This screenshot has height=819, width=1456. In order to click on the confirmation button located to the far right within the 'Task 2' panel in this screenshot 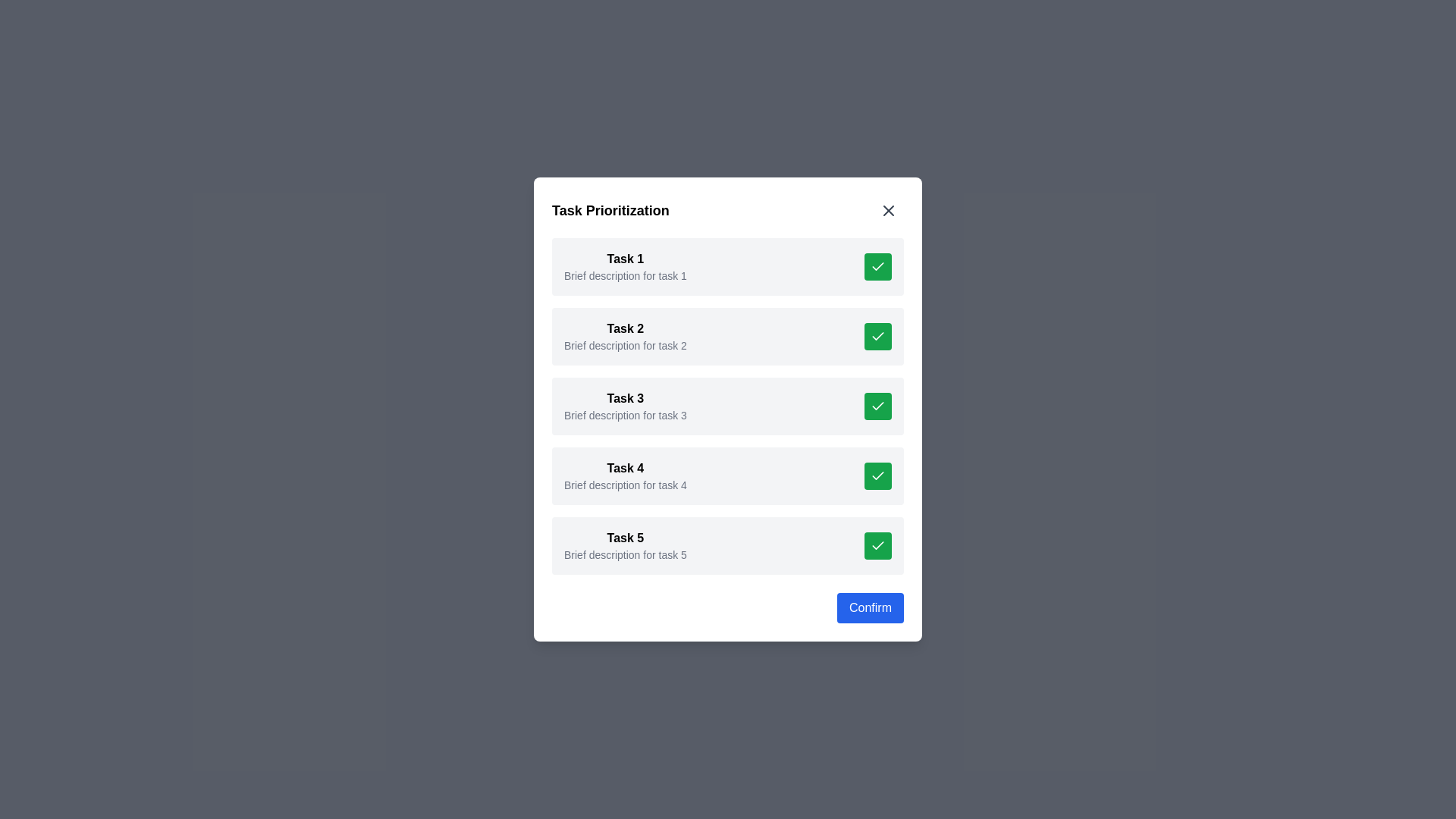, I will do `click(877, 335)`.